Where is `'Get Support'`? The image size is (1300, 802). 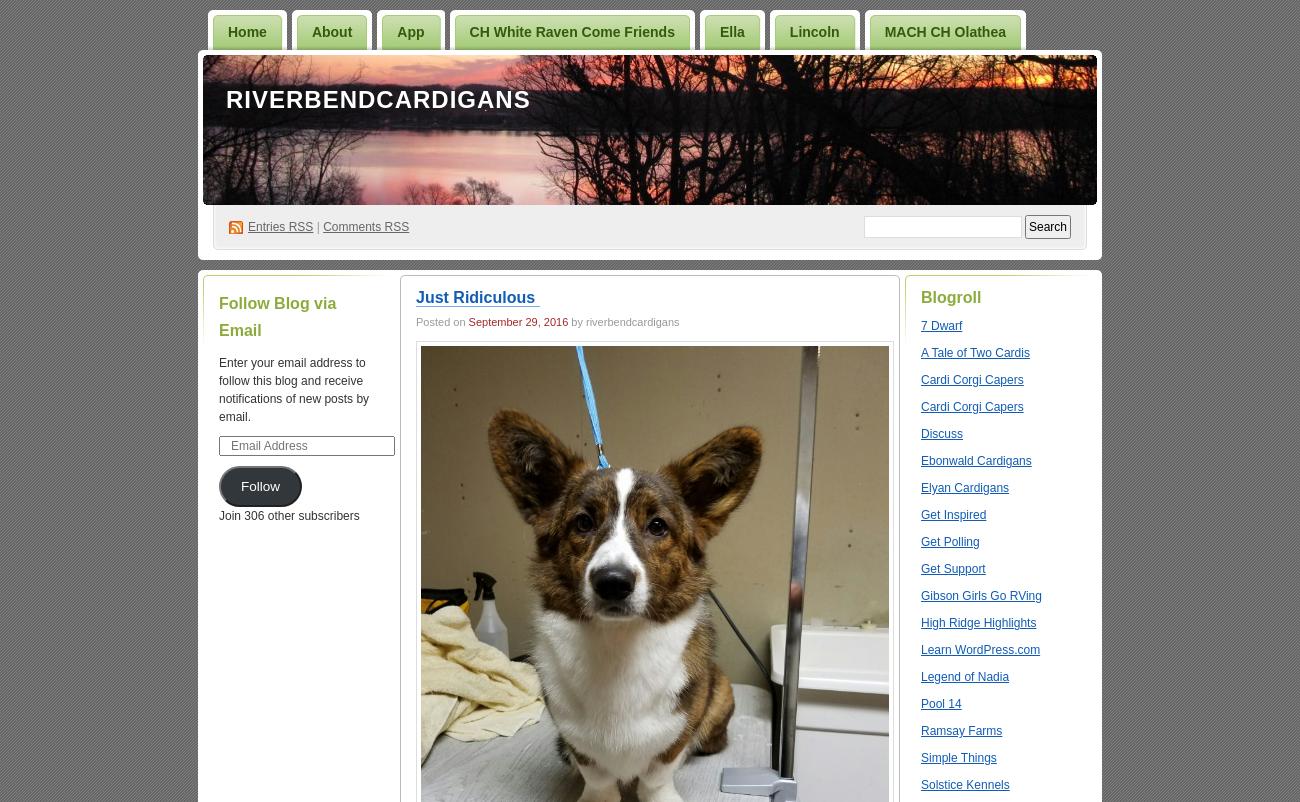 'Get Support' is located at coordinates (953, 569).